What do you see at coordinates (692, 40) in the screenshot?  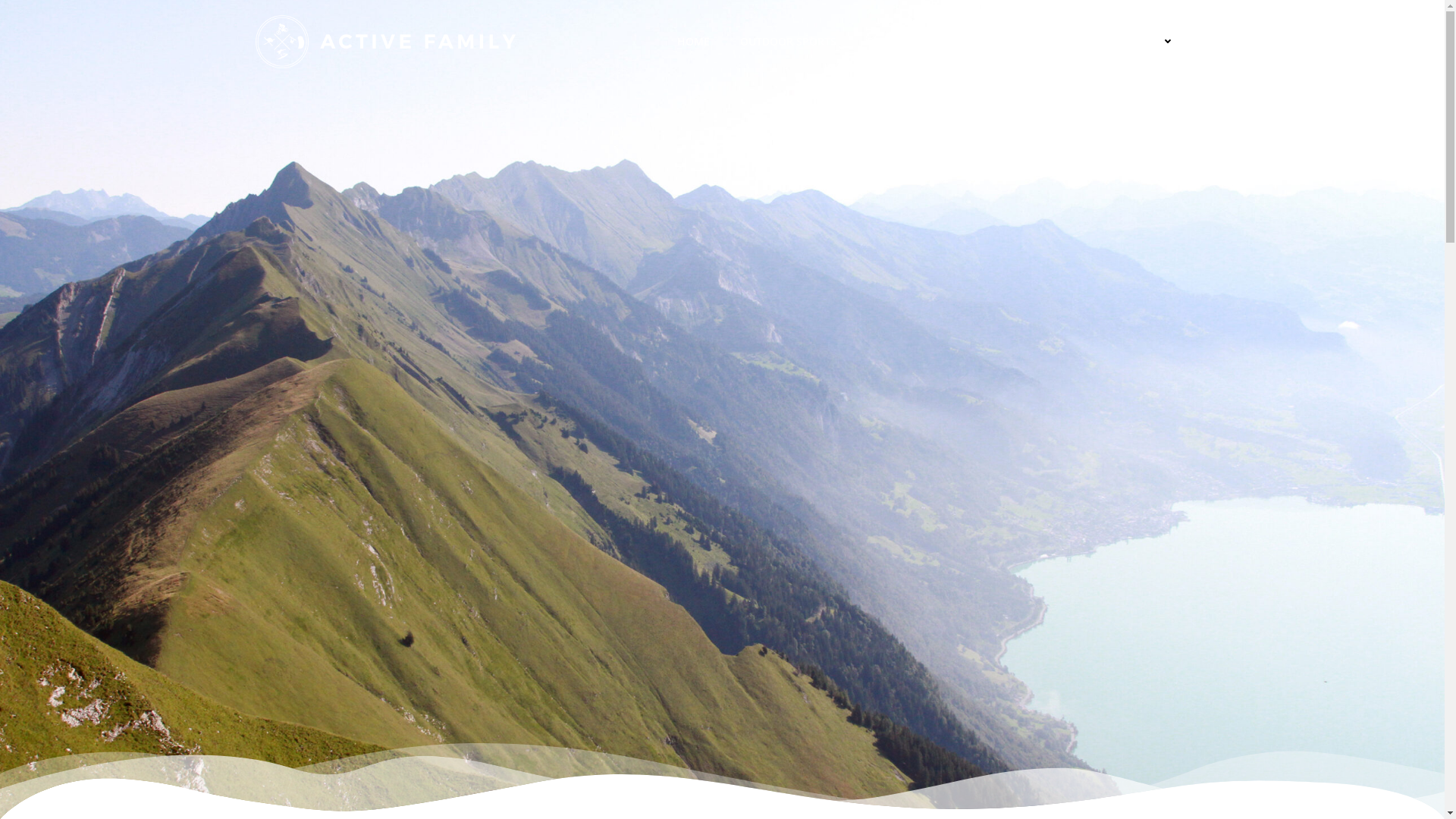 I see `'HOME'` at bounding box center [692, 40].